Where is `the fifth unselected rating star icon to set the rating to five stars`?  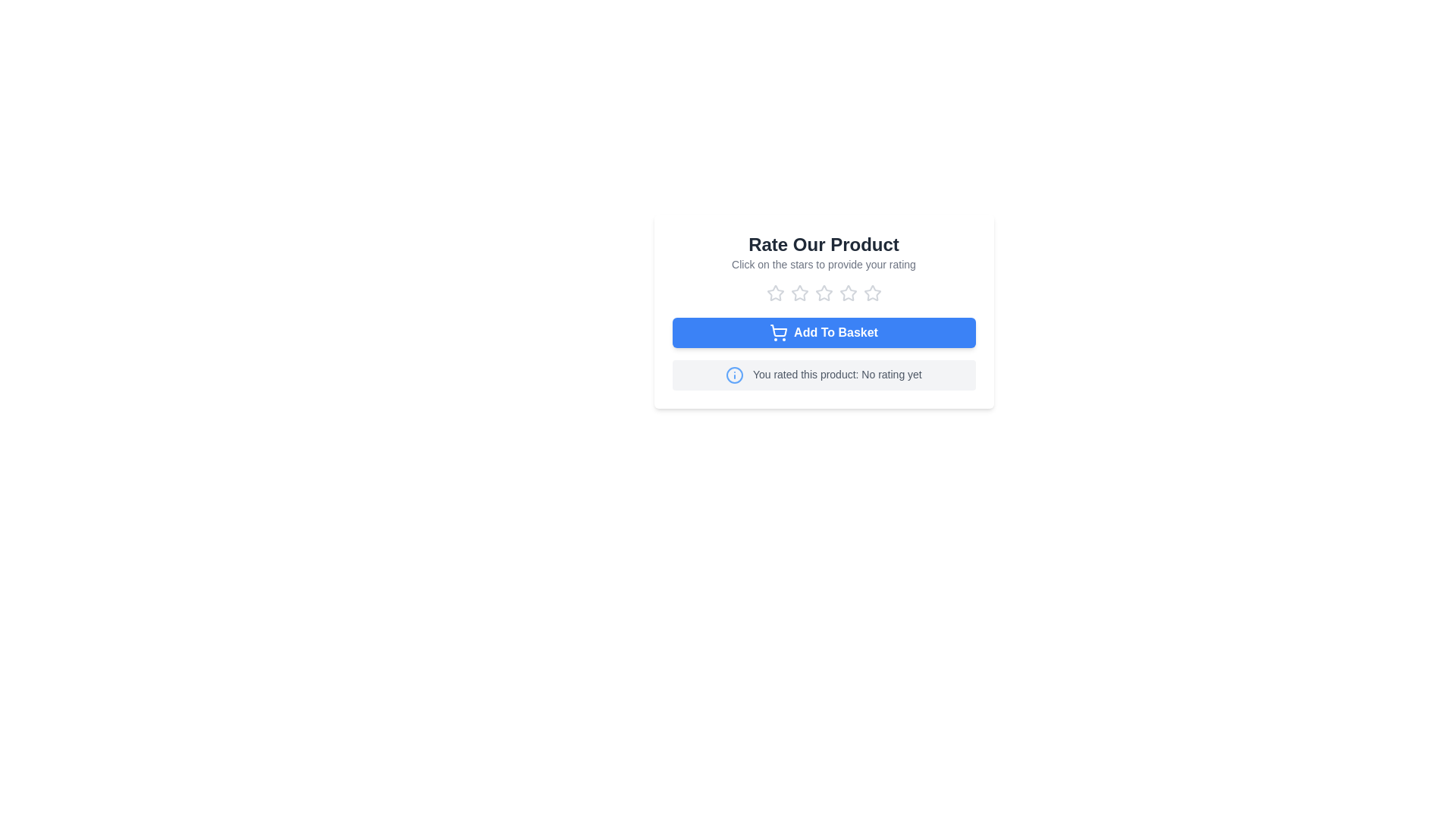 the fifth unselected rating star icon to set the rating to five stars is located at coordinates (872, 293).